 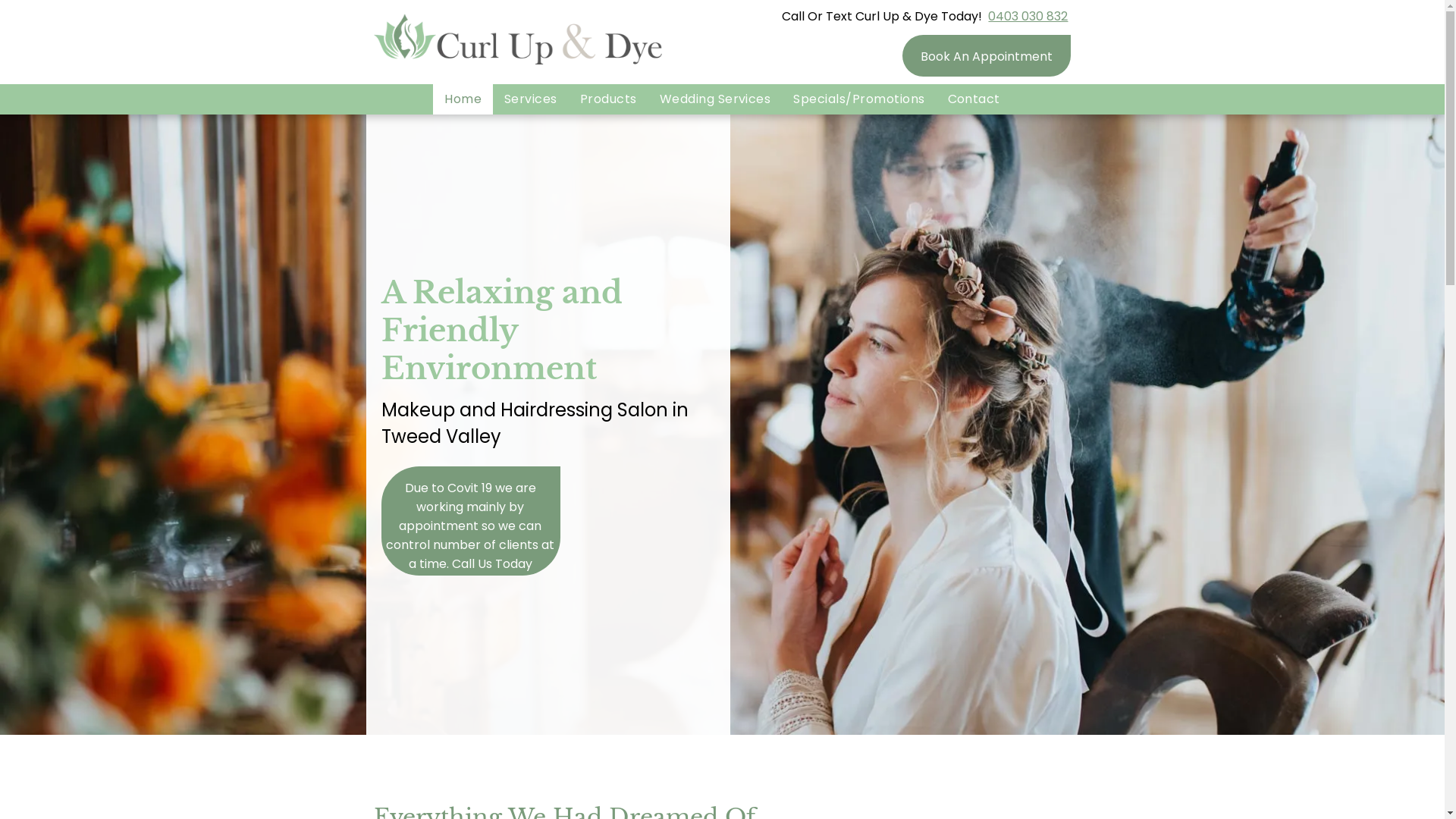 What do you see at coordinates (531, 99) in the screenshot?
I see `'Services'` at bounding box center [531, 99].